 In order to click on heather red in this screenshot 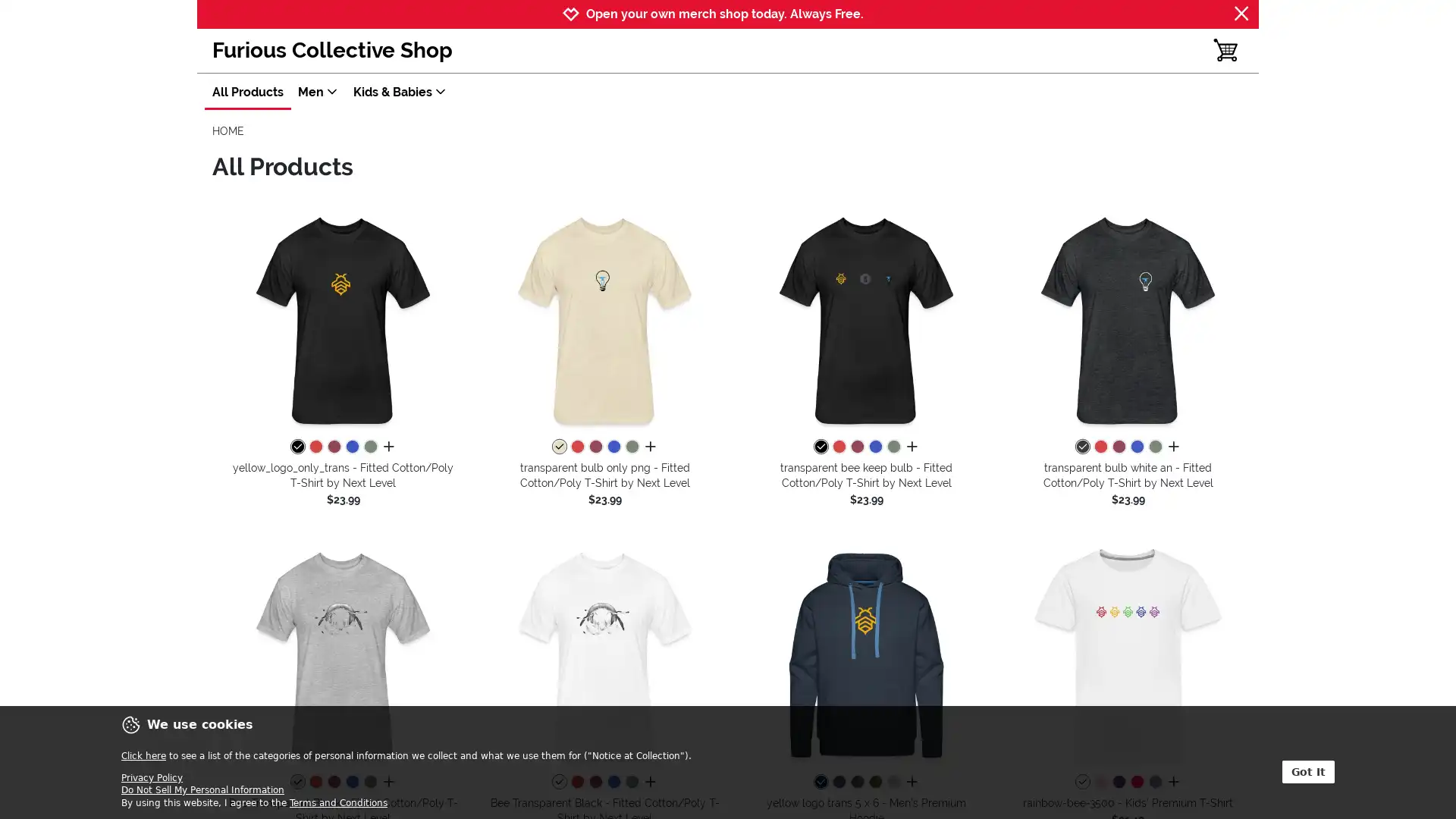, I will do `click(1100, 447)`.